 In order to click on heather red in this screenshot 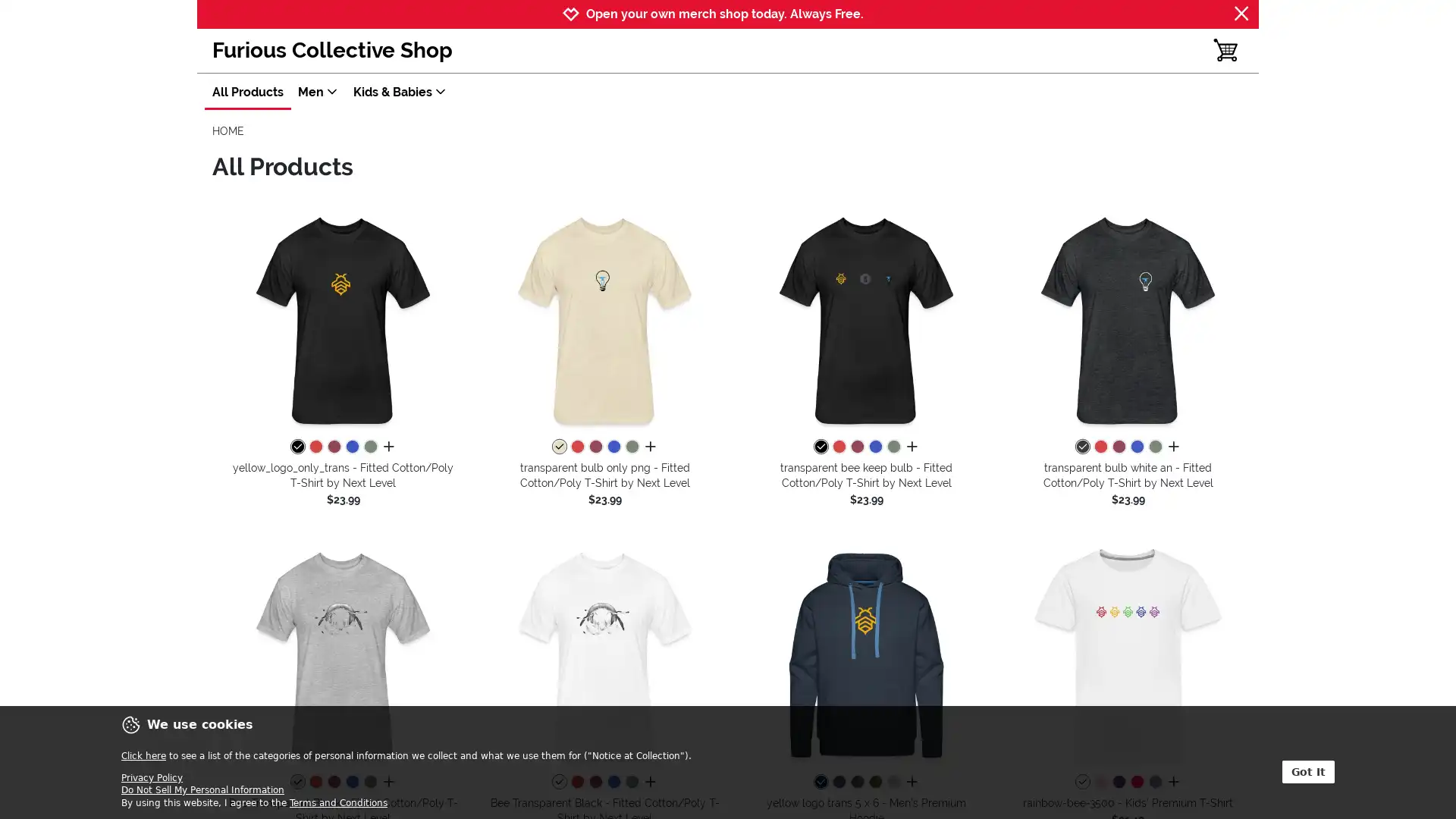, I will do `click(1100, 447)`.